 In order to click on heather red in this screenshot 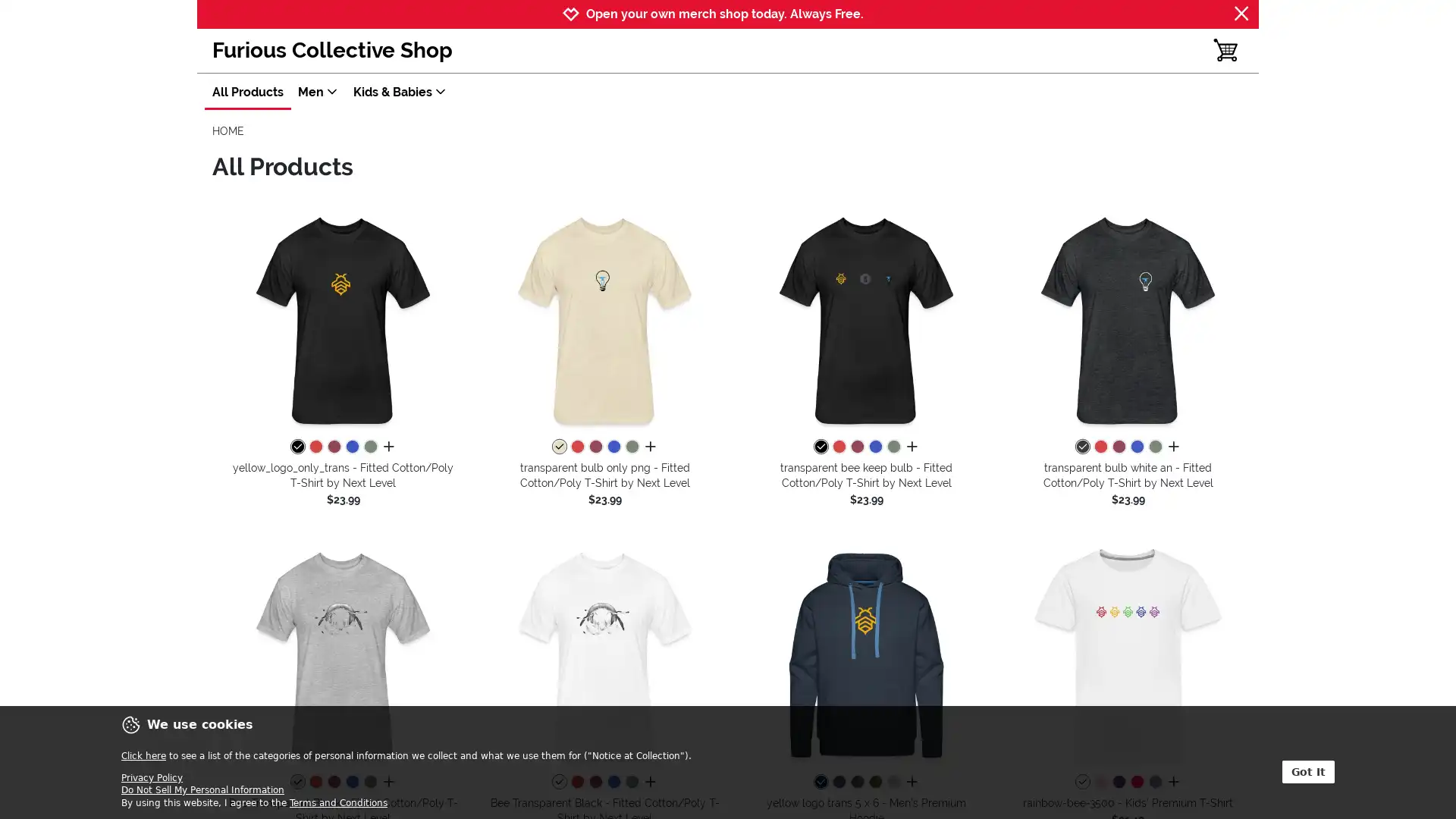, I will do `click(1100, 447)`.